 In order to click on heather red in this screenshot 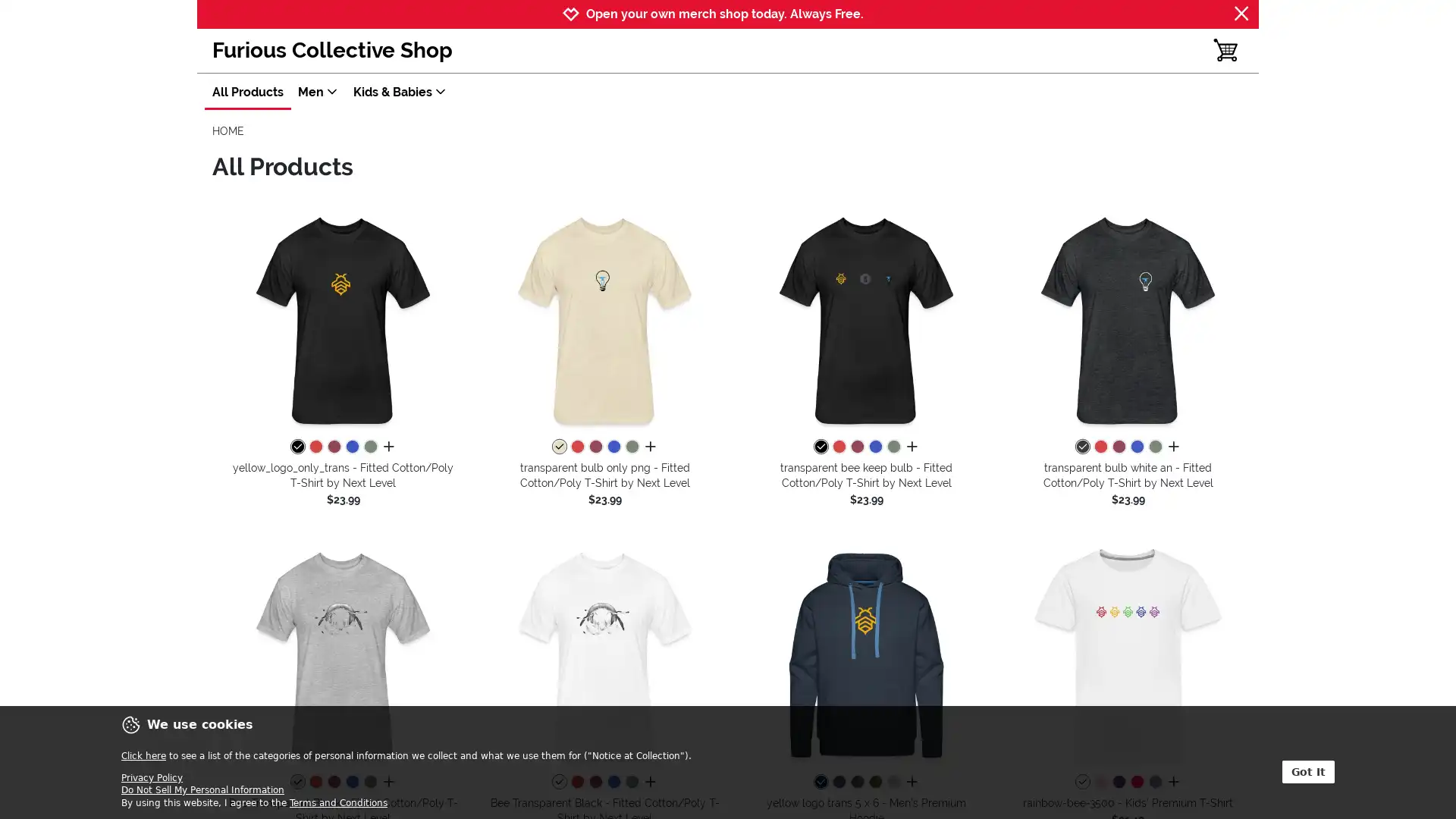, I will do `click(1100, 447)`.